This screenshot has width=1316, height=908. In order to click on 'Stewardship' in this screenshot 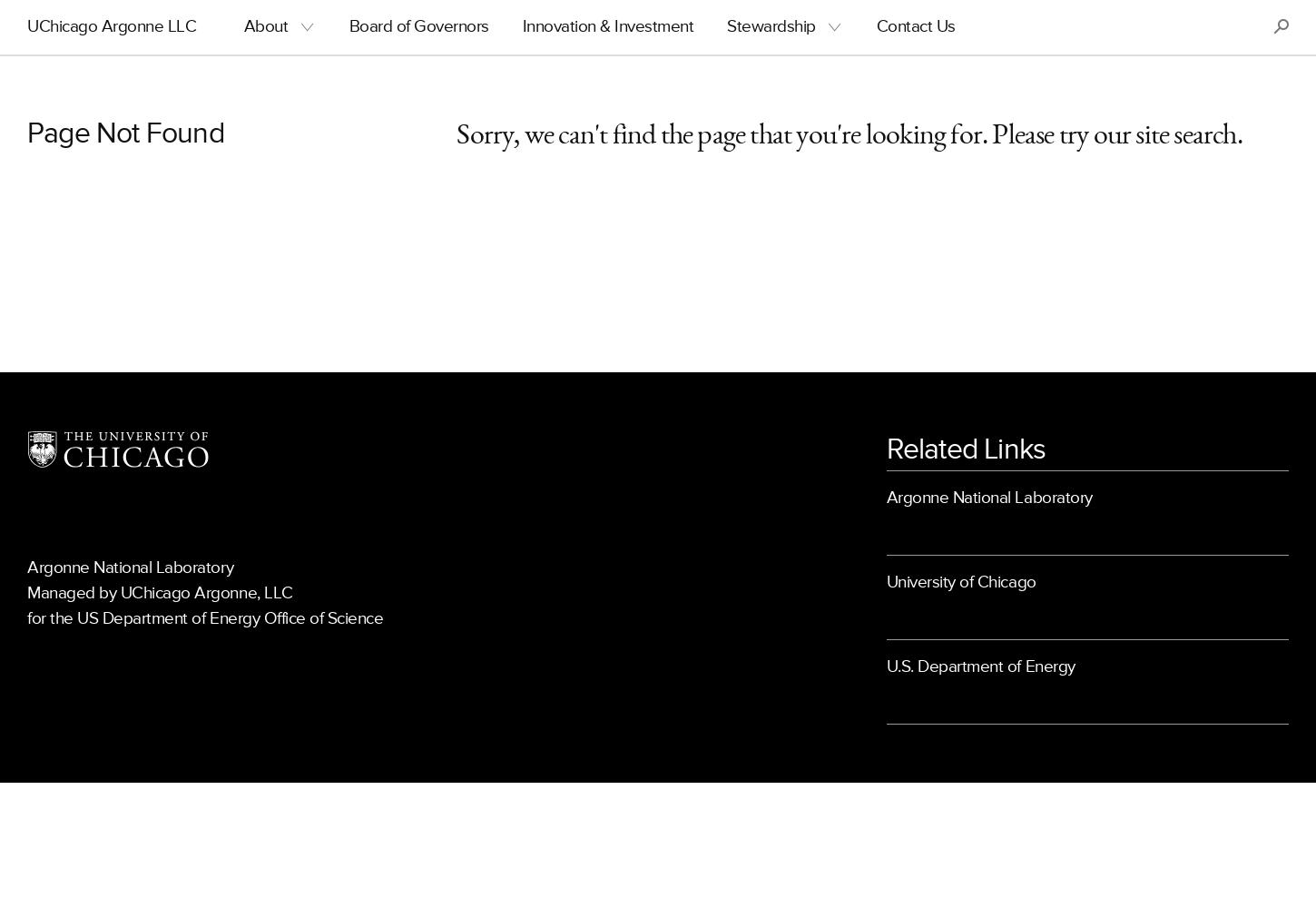, I will do `click(770, 26)`.